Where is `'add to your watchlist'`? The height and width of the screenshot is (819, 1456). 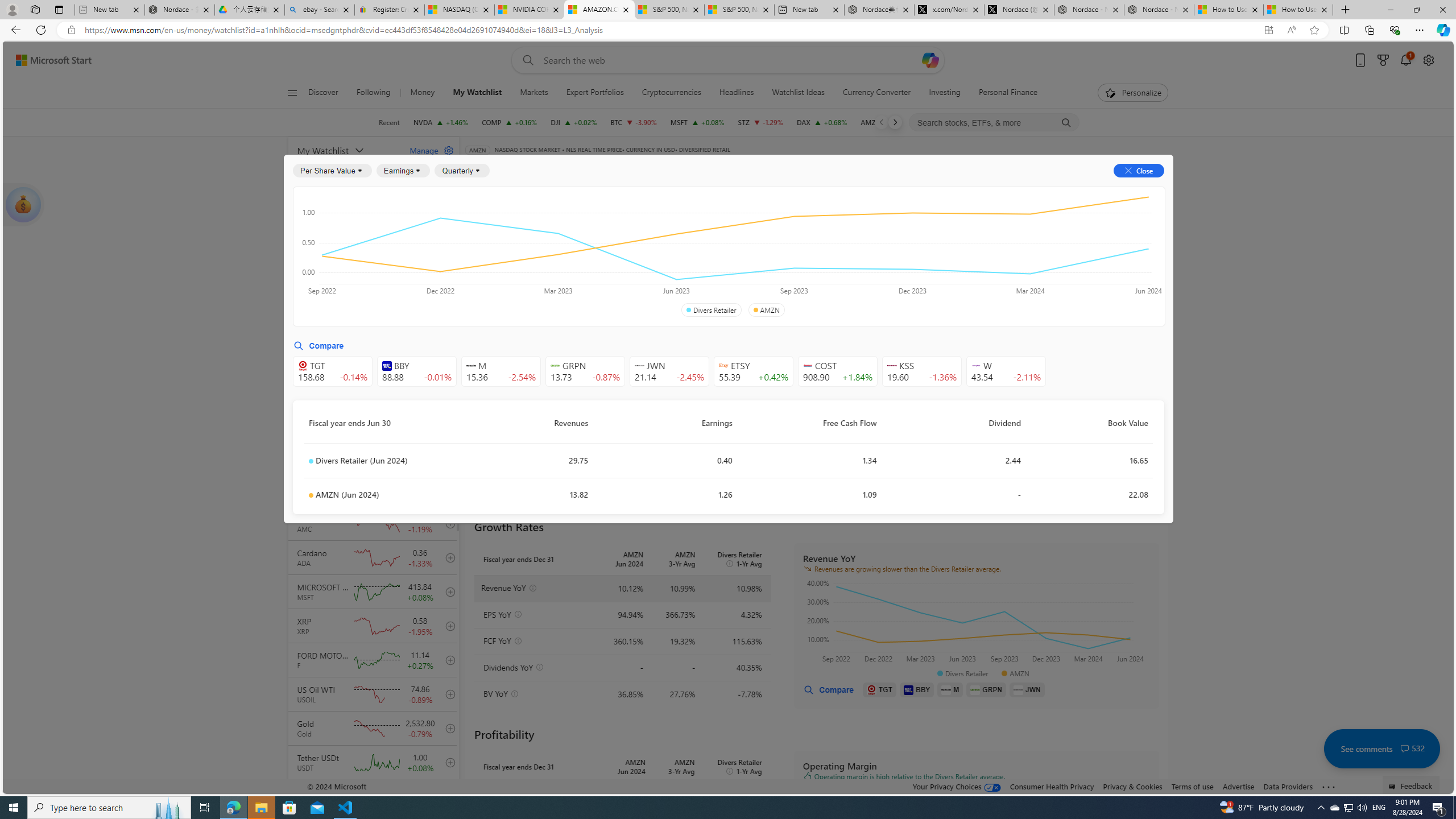
'add to your watchlist' is located at coordinates (447, 796).